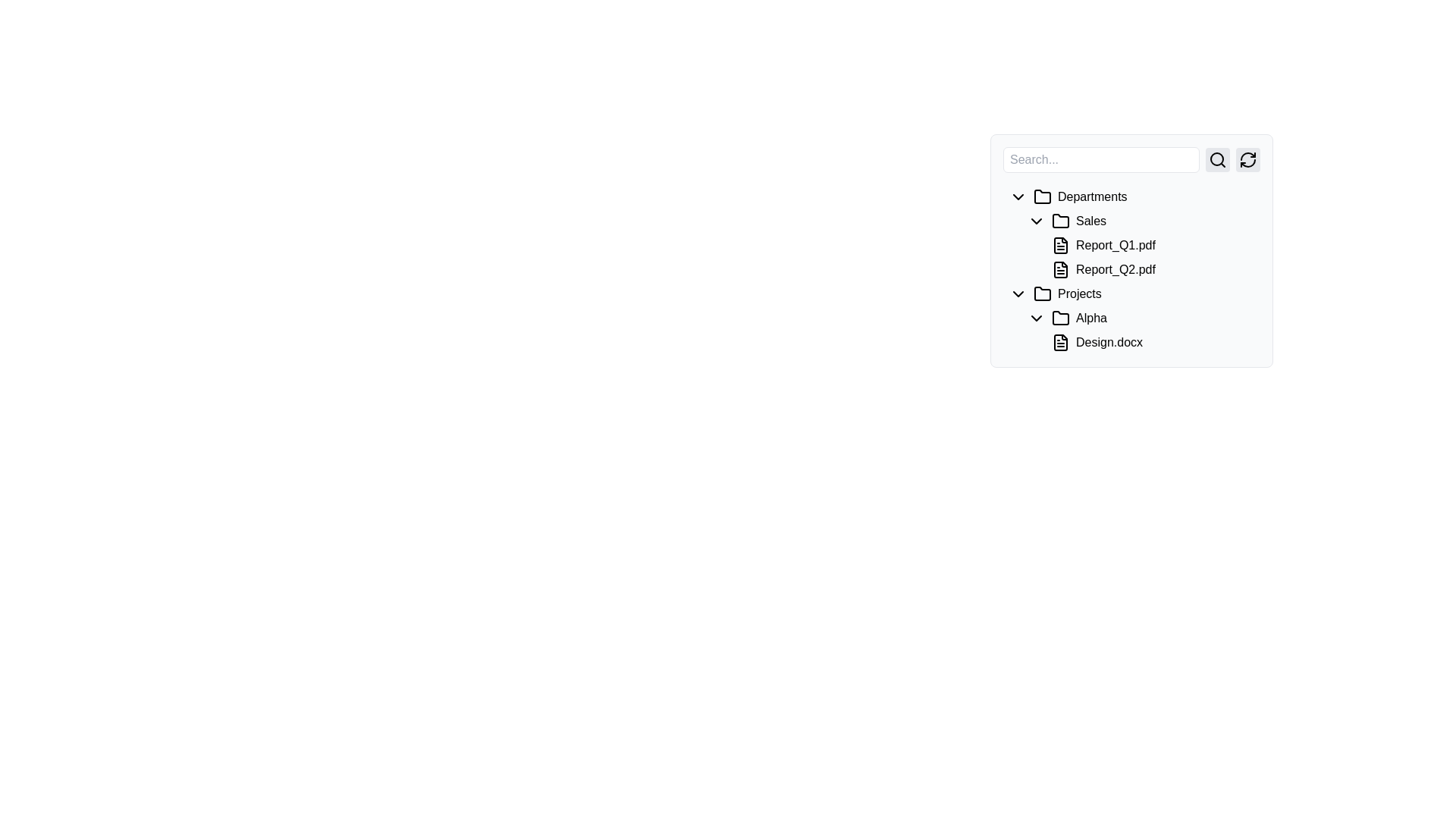 This screenshot has height=819, width=1456. What do you see at coordinates (1131, 268) in the screenshot?
I see `the text label representing the file 'Report_Q2.pdf' located under the 'Sales' folder` at bounding box center [1131, 268].